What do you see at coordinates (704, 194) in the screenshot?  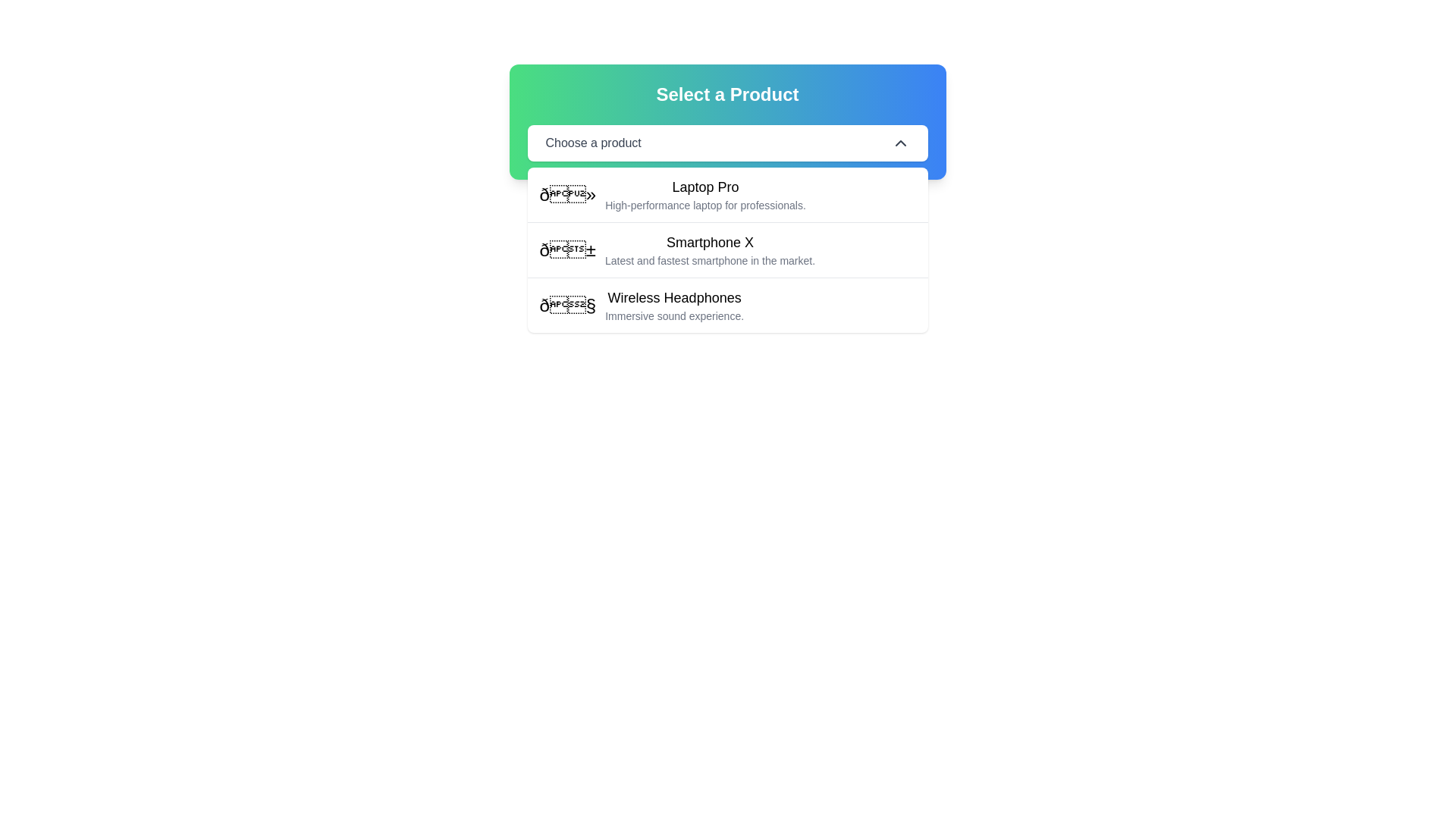 I see `the selectable text block for the product 'Laptop Pro' in the dropdown menu under 'Select a Product'` at bounding box center [704, 194].